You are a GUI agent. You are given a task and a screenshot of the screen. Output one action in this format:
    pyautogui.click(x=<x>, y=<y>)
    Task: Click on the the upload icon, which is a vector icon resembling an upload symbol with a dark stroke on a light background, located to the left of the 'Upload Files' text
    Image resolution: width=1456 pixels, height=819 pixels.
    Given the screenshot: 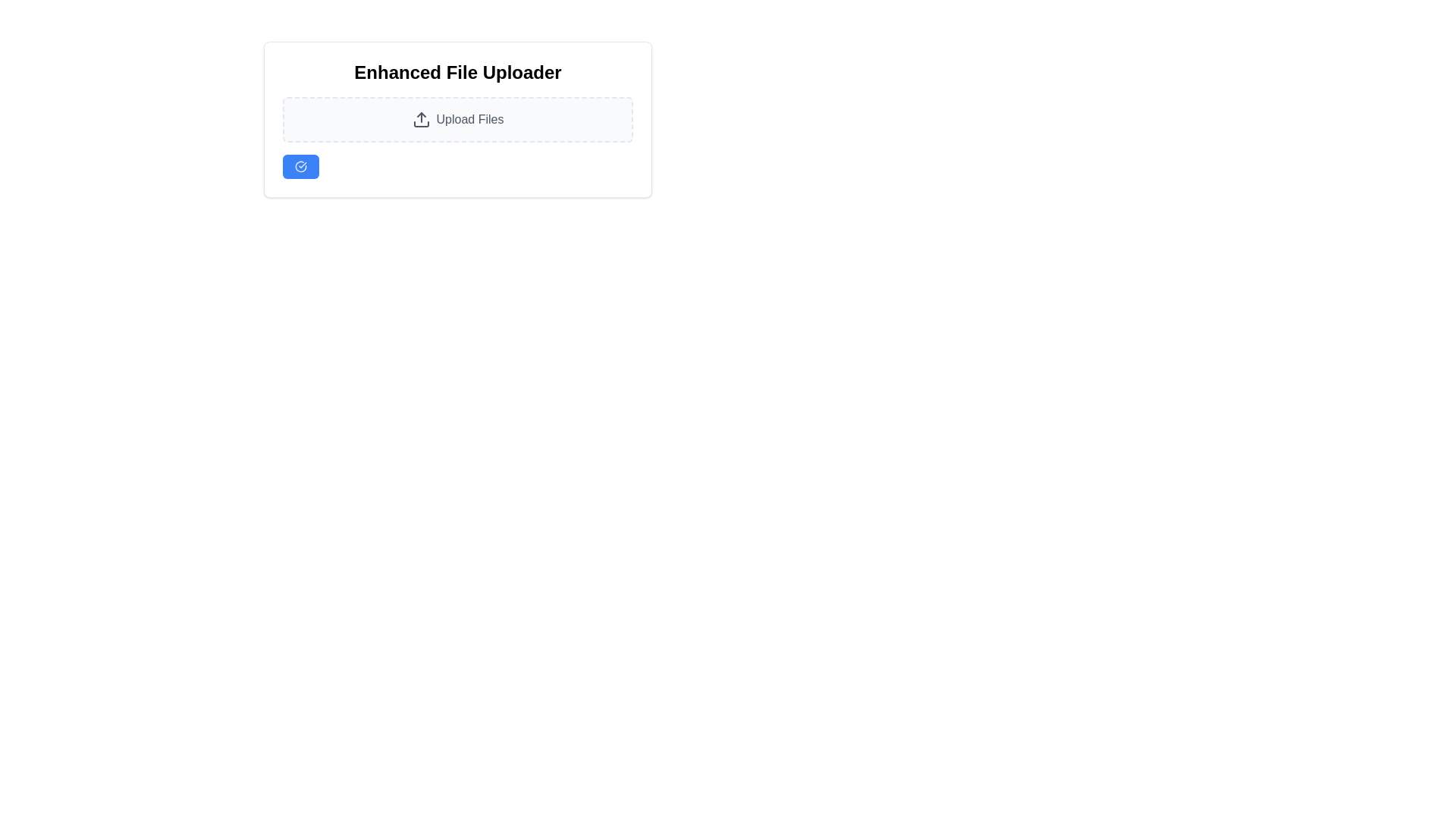 What is the action you would take?
    pyautogui.click(x=421, y=119)
    